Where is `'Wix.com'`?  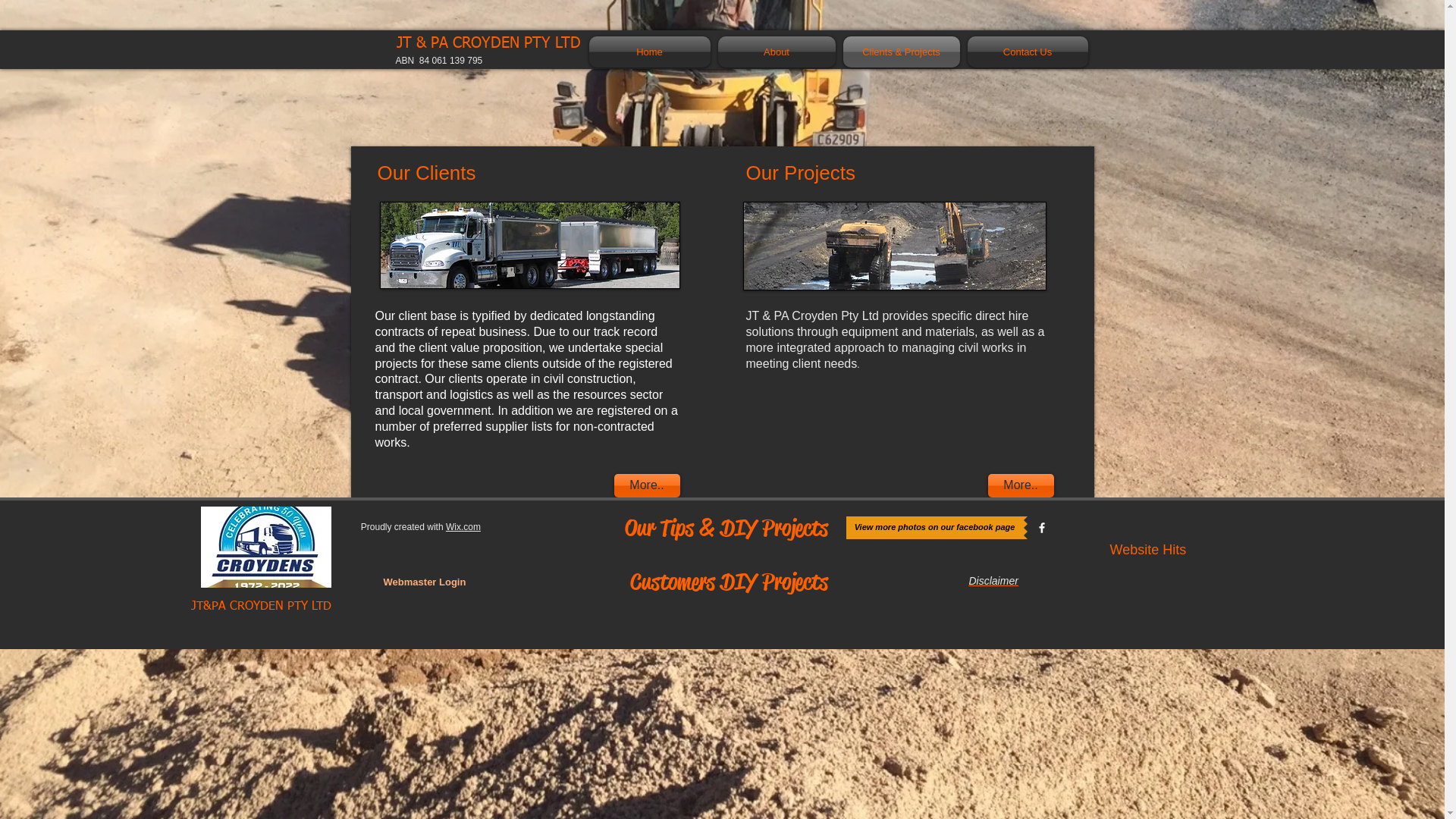
'Wix.com' is located at coordinates (445, 526).